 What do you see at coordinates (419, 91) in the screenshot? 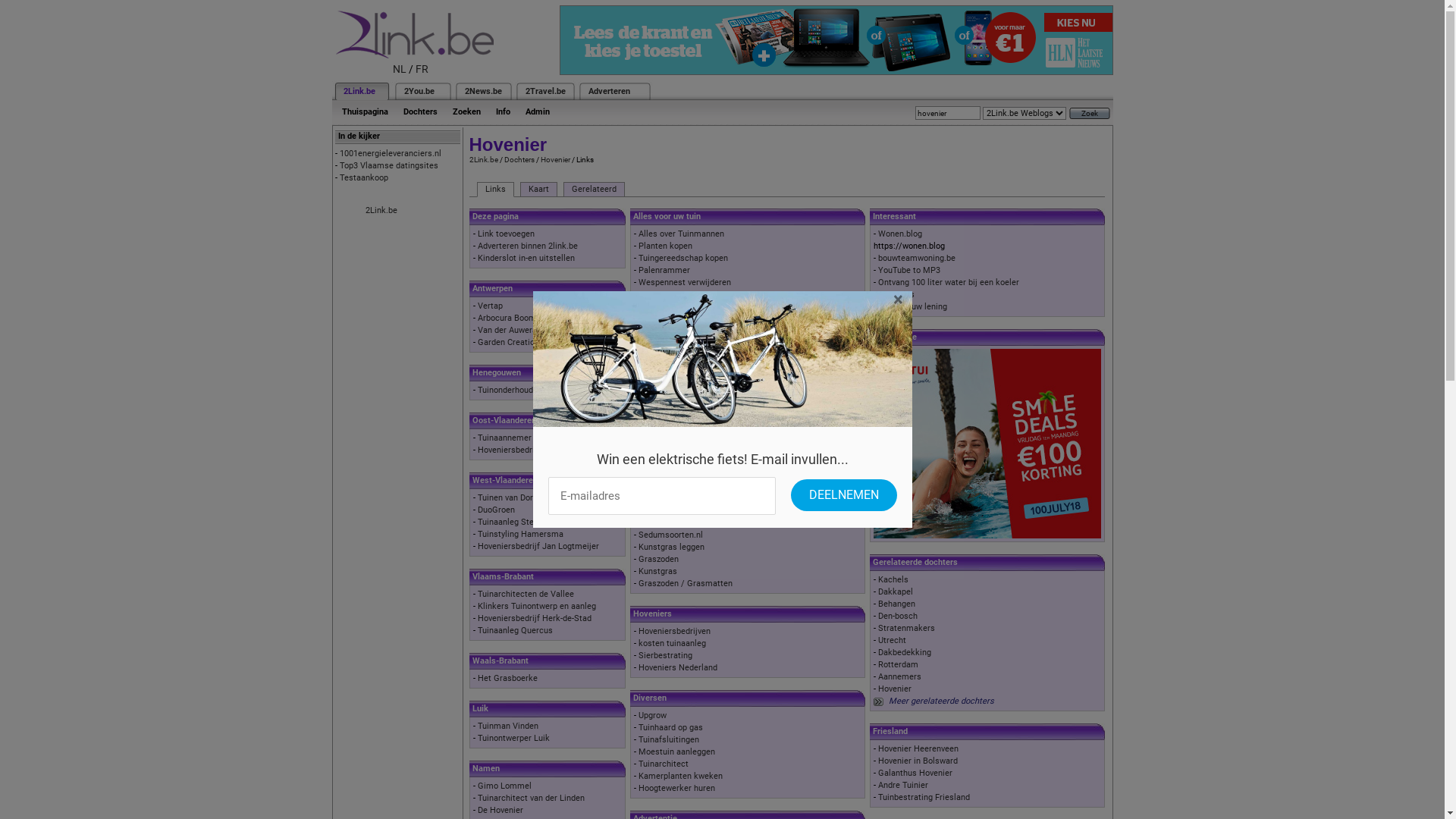
I see `'2You.be'` at bounding box center [419, 91].